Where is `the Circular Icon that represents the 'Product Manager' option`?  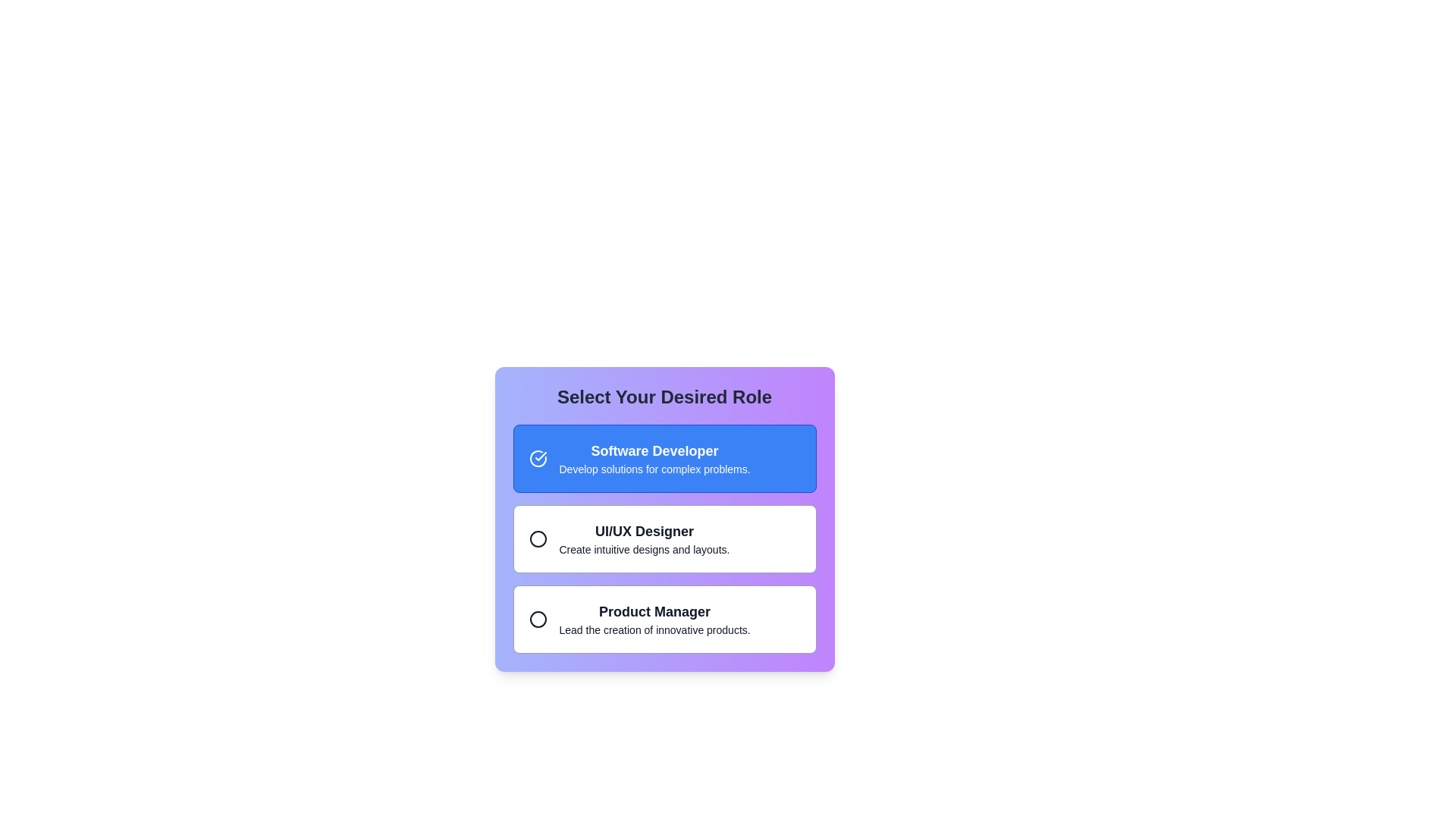
the Circular Icon that represents the 'Product Manager' option is located at coordinates (538, 620).